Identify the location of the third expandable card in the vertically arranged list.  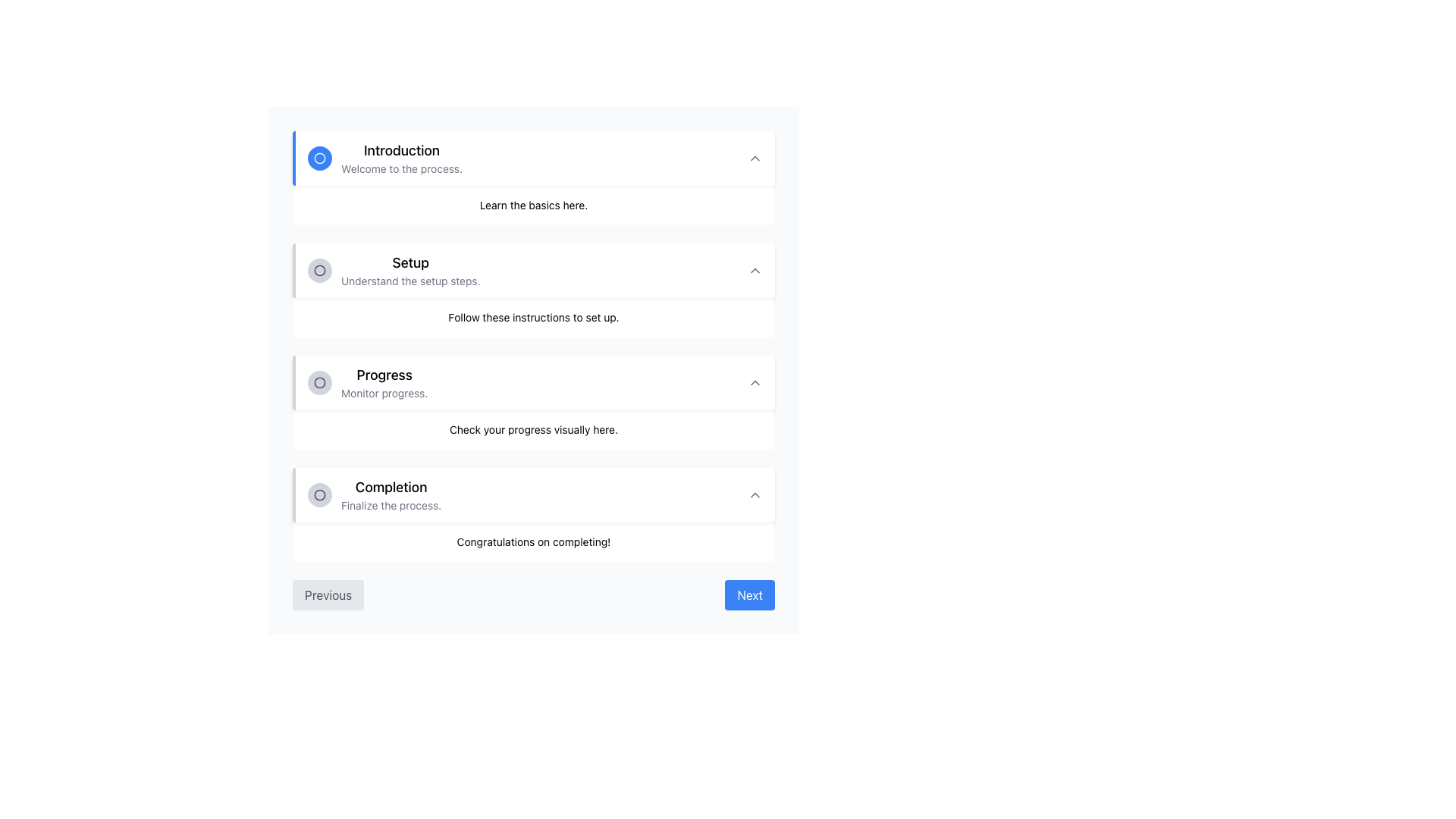
(534, 382).